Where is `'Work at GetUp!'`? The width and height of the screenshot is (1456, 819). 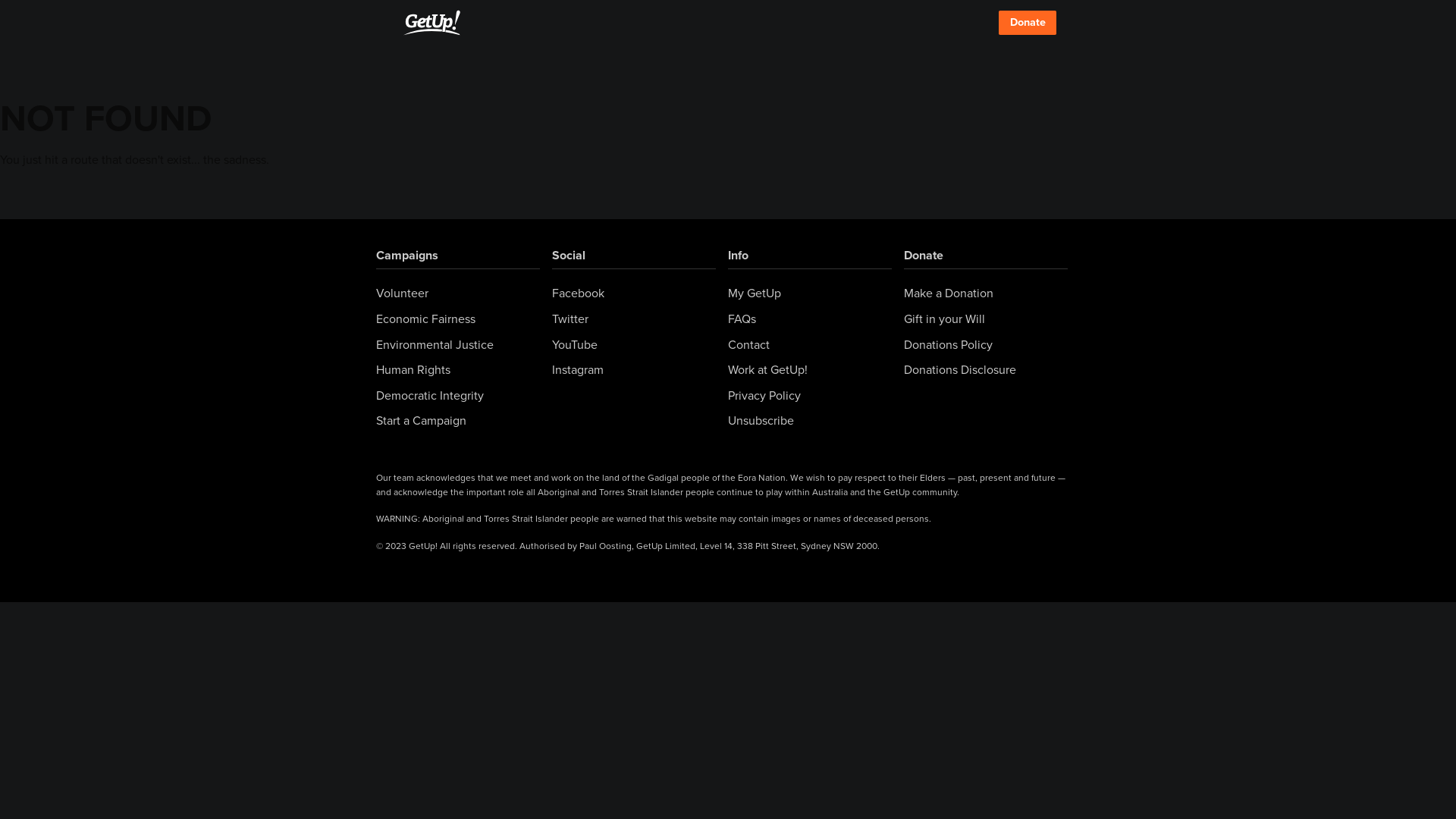 'Work at GetUp!' is located at coordinates (767, 370).